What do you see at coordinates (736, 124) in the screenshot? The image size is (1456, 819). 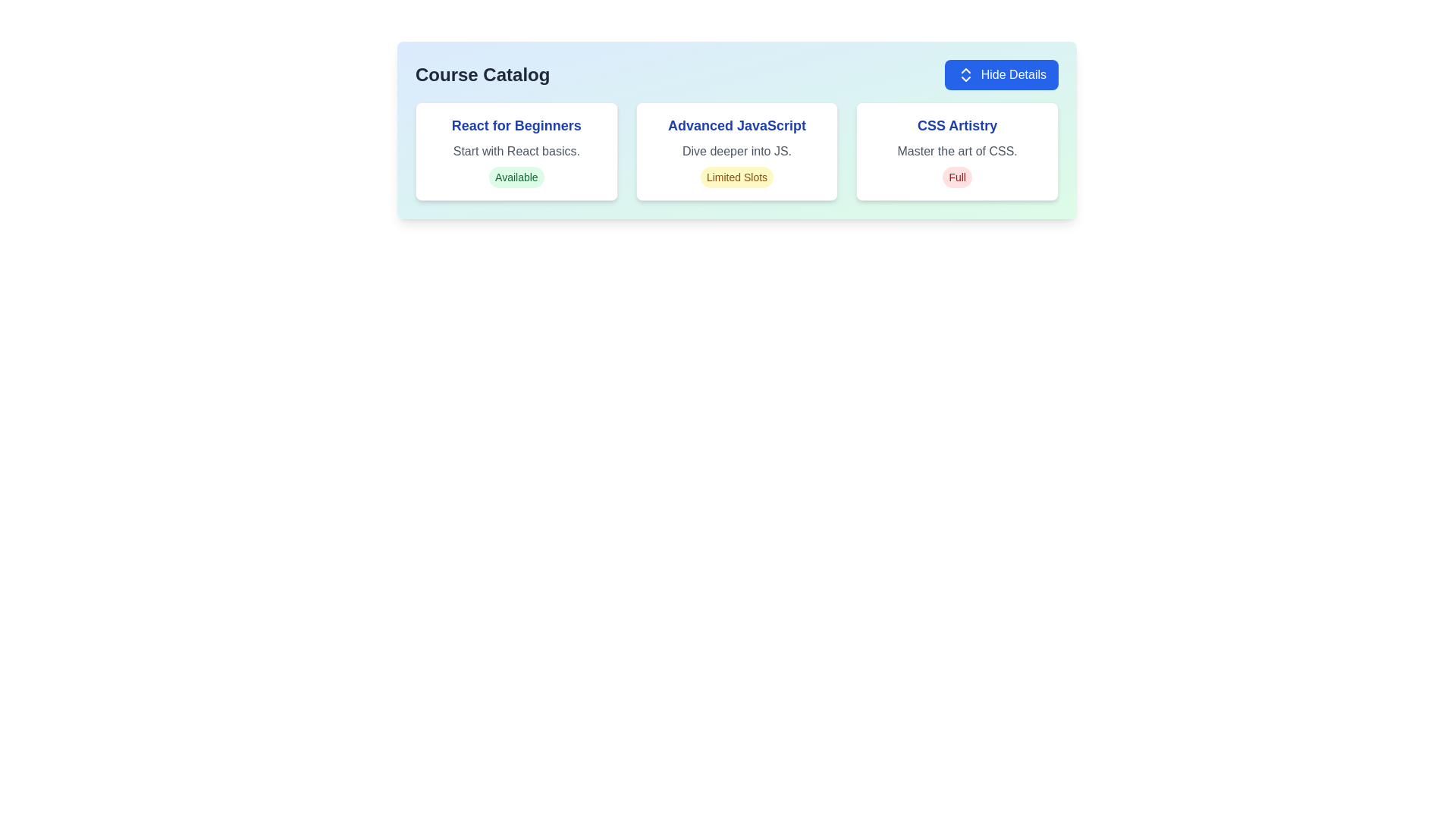 I see `text label that serves as the title of the course, positioned above the text 'Dive deeper into JS.' and the 'Limited Slots' badge in the middle card of three horizontally aligned cards` at bounding box center [736, 124].